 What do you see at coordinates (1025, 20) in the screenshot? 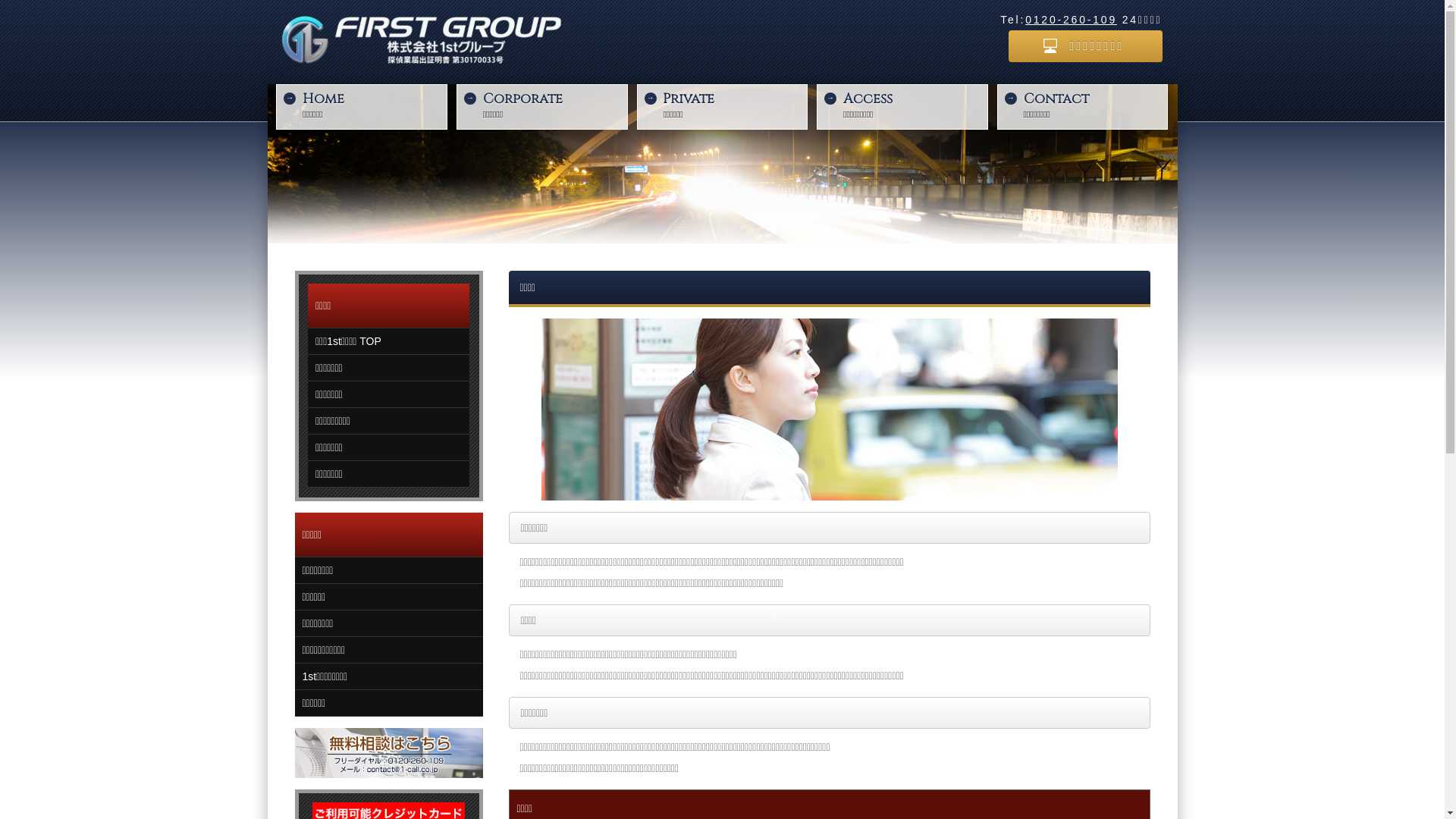
I see `'0120-260-109'` at bounding box center [1025, 20].